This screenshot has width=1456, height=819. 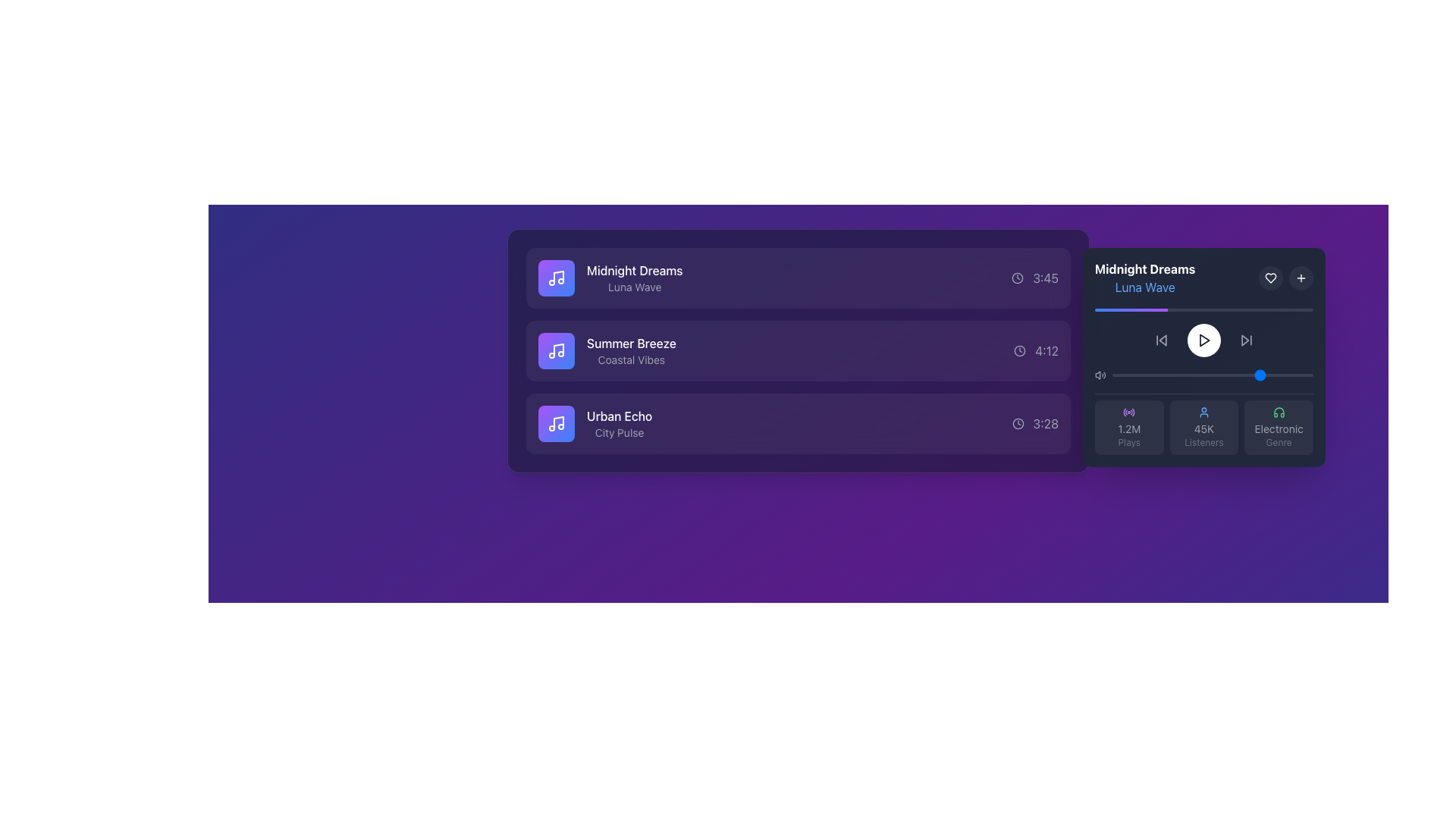 I want to click on the heart-shaped icon button in the top-right corner of the secondary panel to mark the current track as favorite, so click(x=1270, y=278).